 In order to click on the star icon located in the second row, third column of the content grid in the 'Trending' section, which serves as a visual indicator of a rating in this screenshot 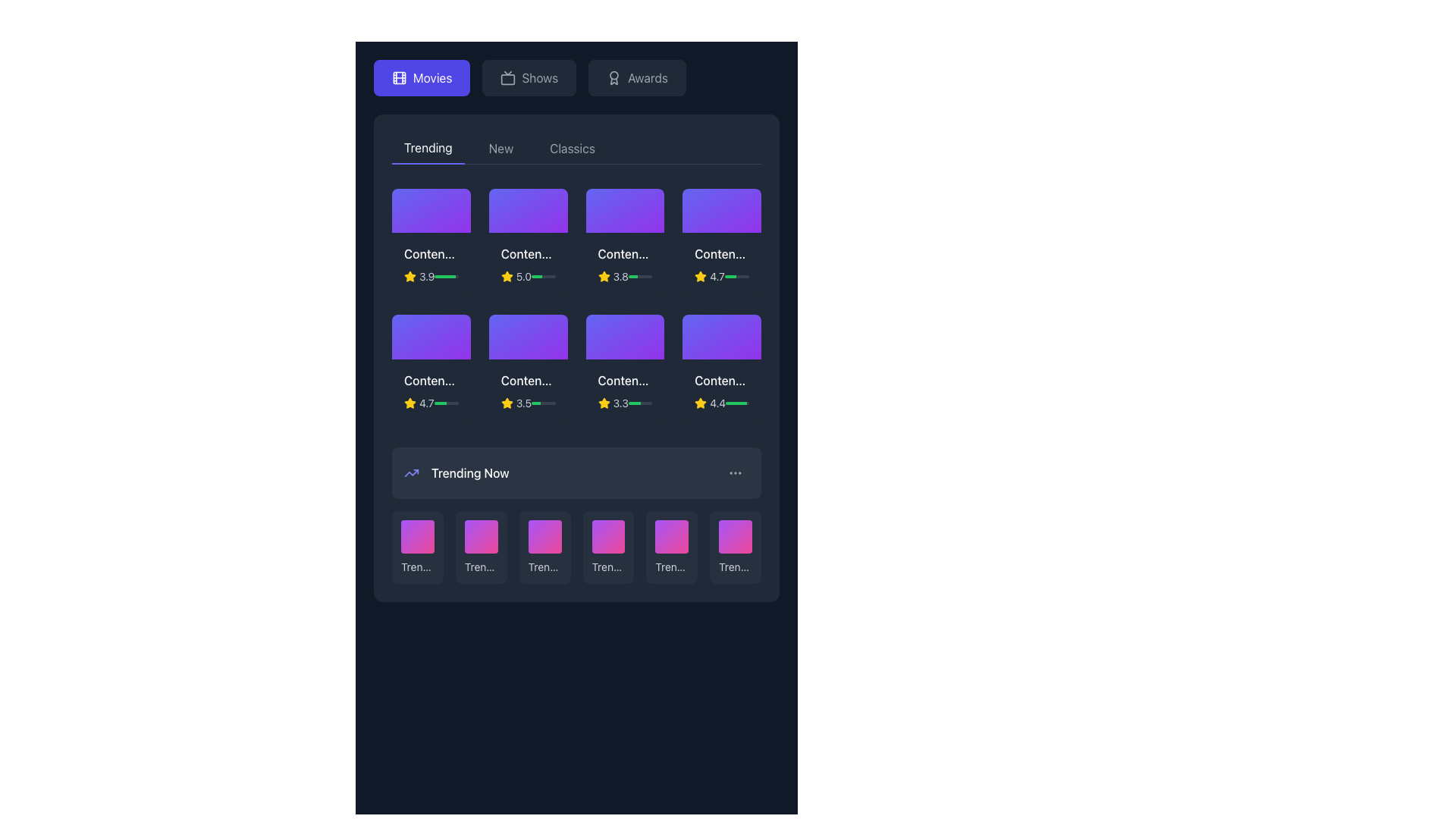, I will do `click(507, 402)`.